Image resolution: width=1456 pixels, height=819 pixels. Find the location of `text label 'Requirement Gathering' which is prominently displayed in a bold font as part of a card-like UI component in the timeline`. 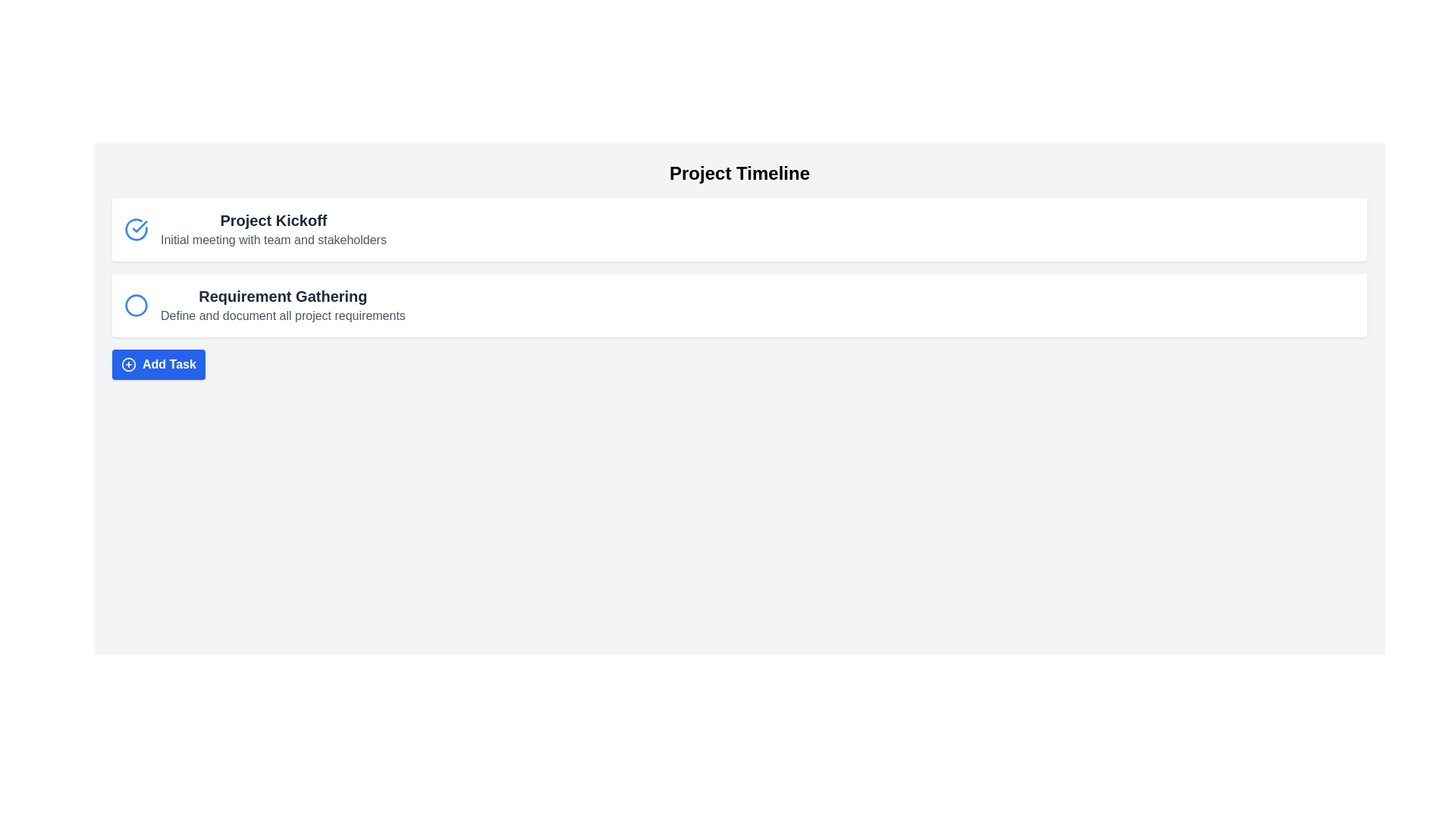

text label 'Requirement Gathering' which is prominently displayed in a bold font as part of a card-like UI component in the timeline is located at coordinates (283, 296).